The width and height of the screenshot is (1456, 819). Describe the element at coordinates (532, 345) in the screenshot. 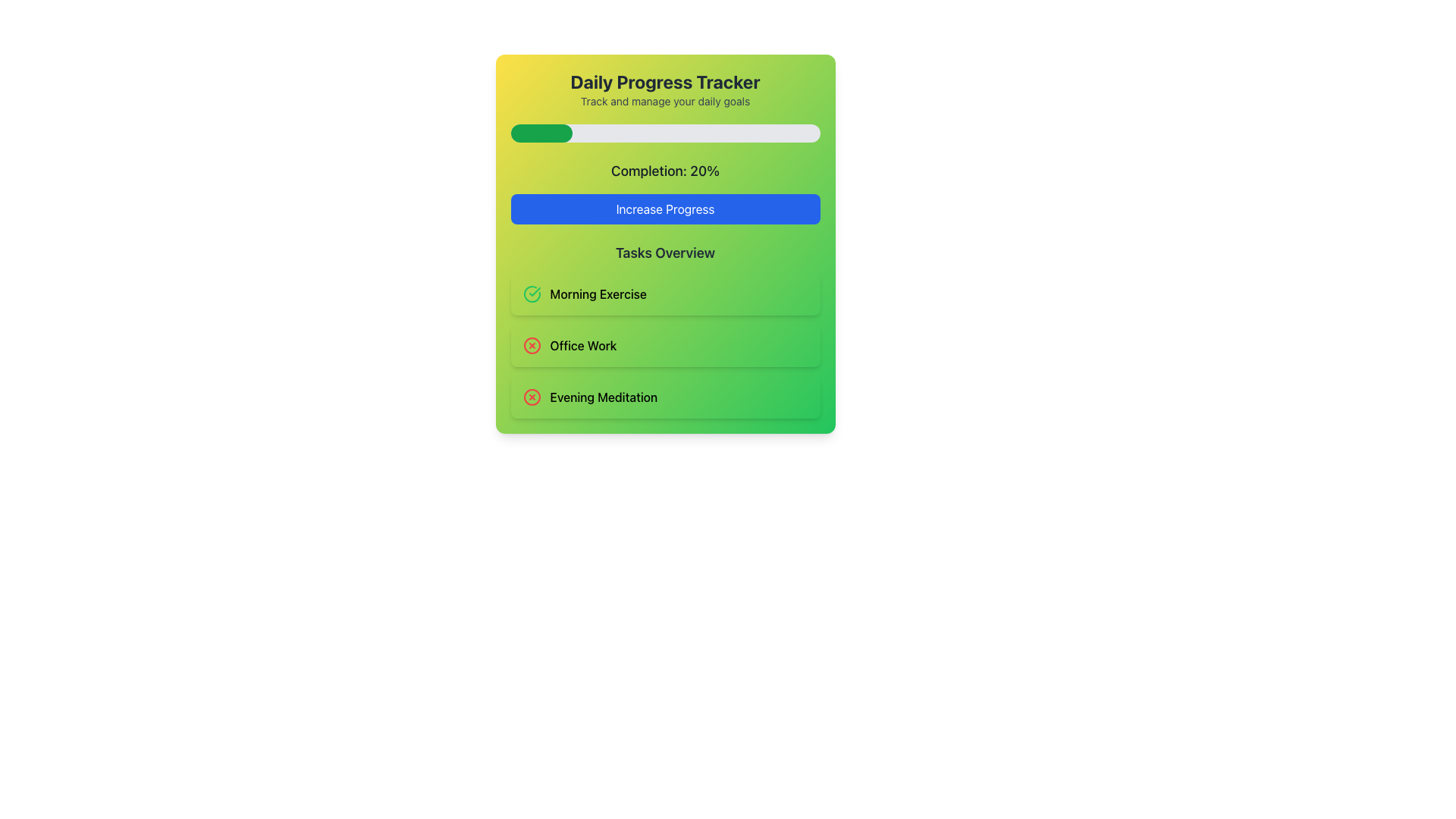

I see `the Circle with cross indicator for the 'Office Work' task in the 'Tasks Overview' section to visually check its status` at that location.